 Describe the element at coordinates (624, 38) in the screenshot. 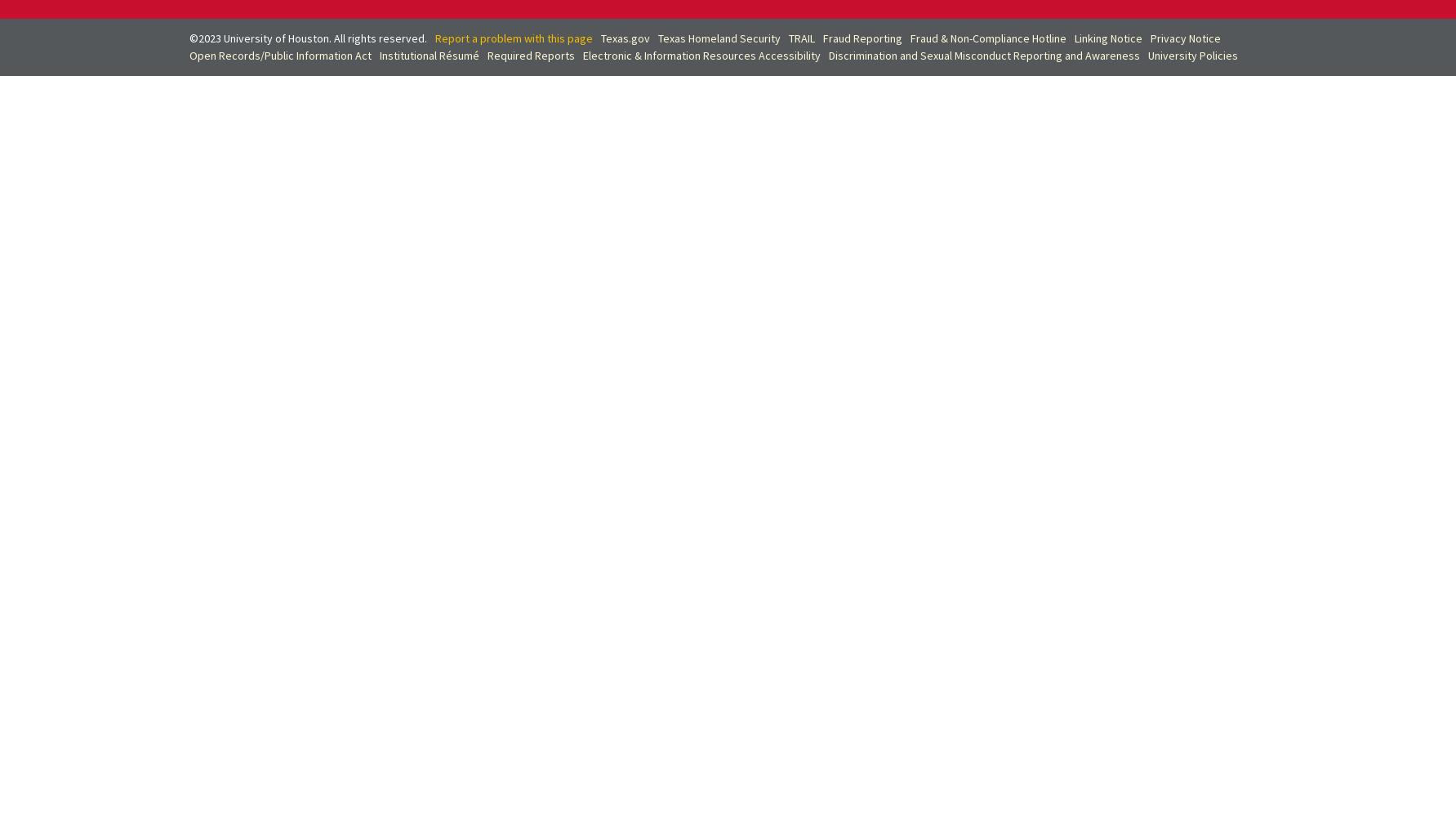

I see `'Texas.gov'` at that location.